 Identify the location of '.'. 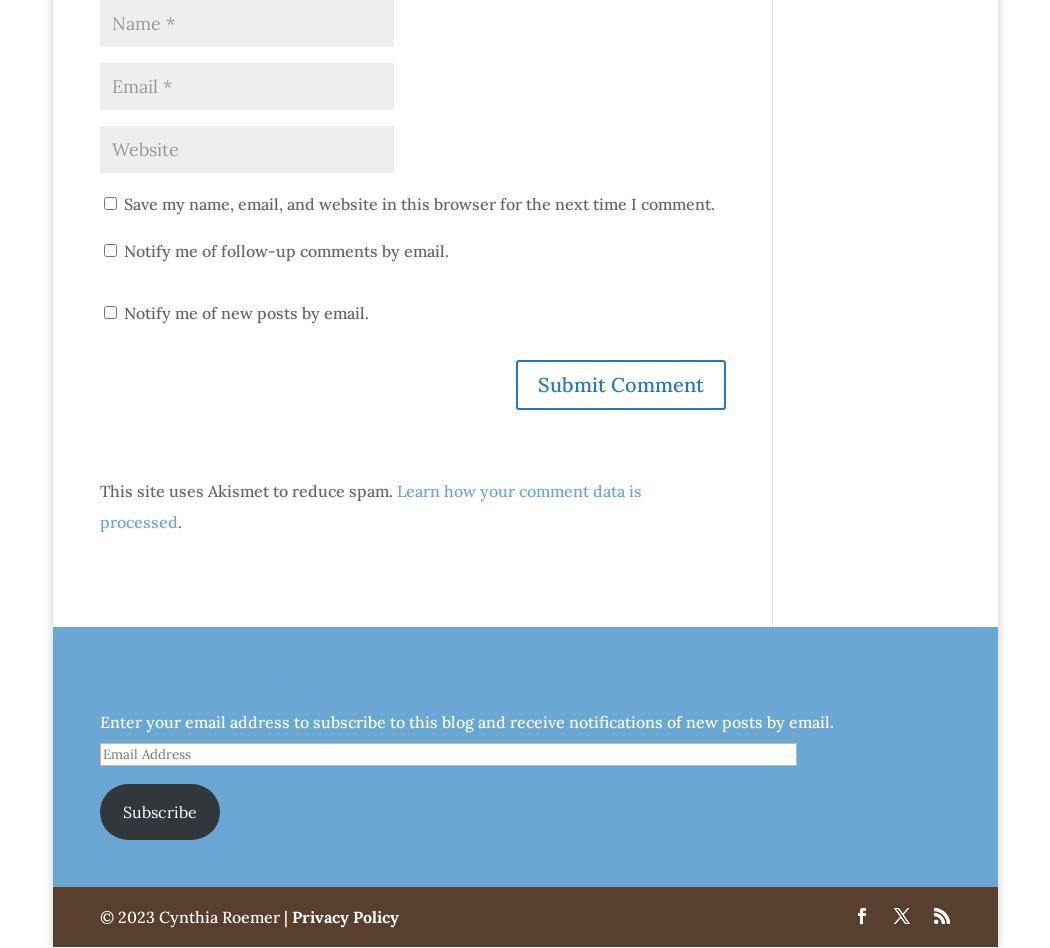
(179, 521).